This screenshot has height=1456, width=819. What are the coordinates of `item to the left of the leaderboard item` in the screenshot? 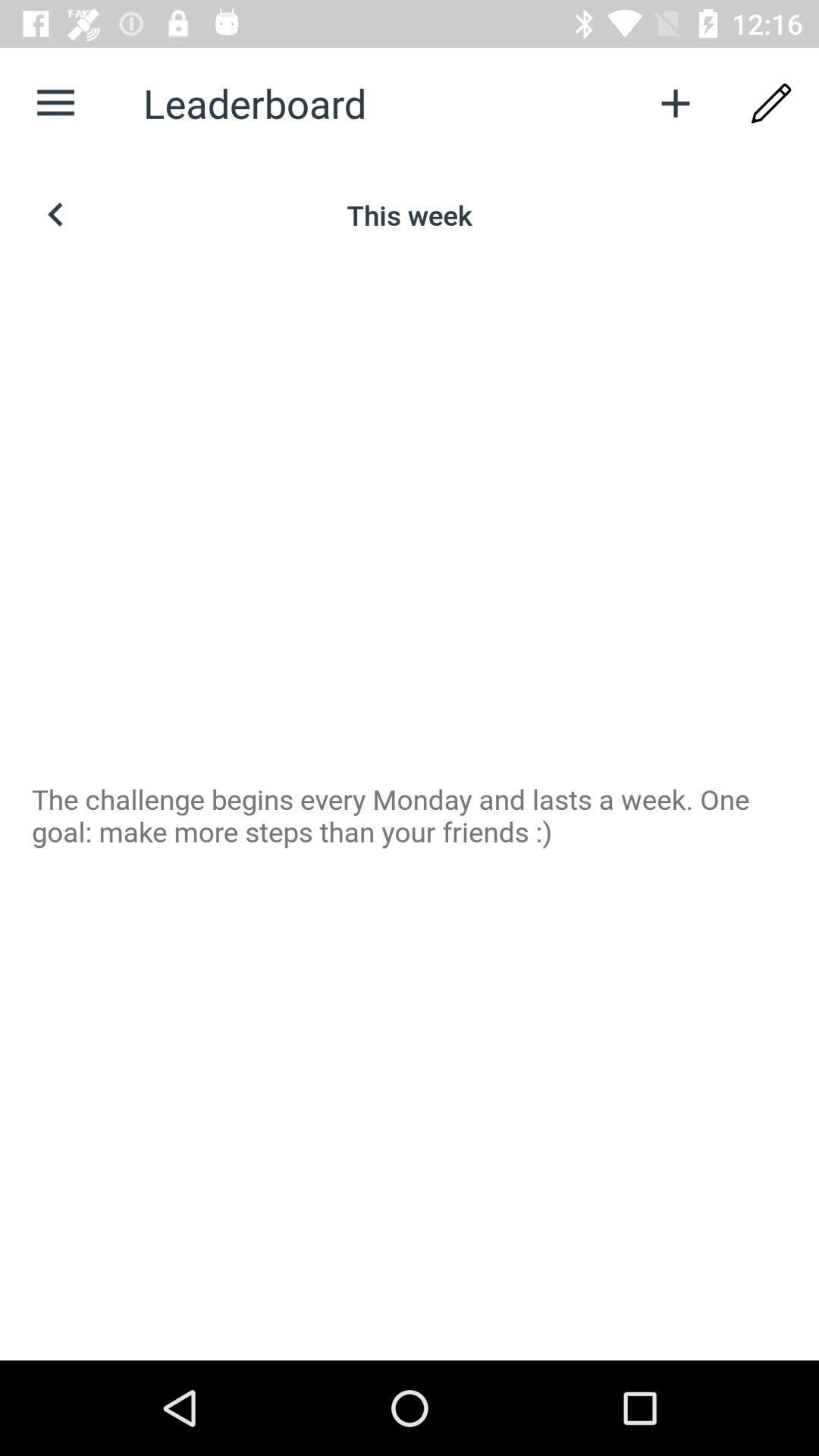 It's located at (55, 102).